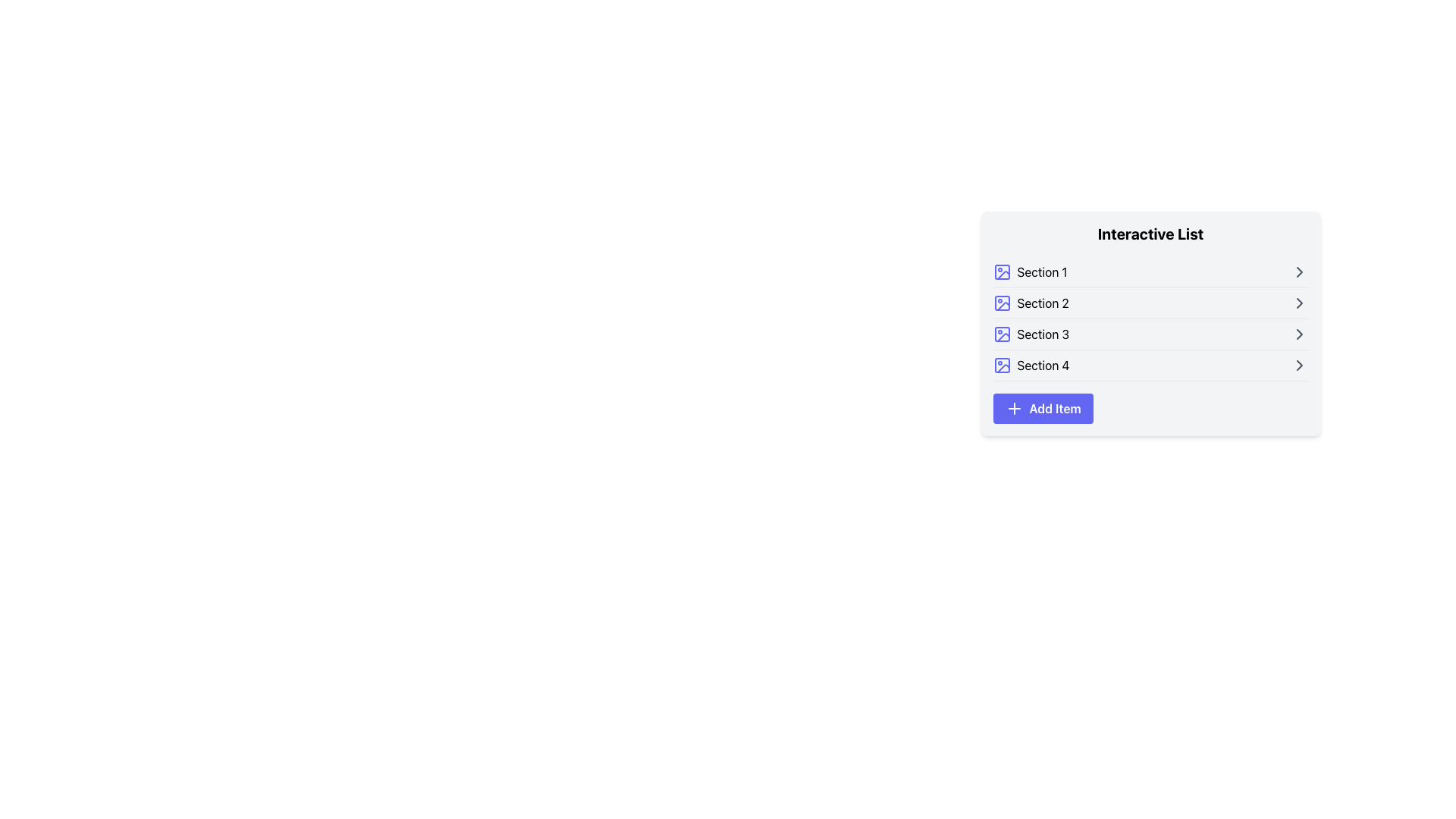 The width and height of the screenshot is (1456, 819). I want to click on the header text 'Interactive List', which is a bold, large-size label positioned at the top-center of the interface, above the sections labeled 'Section 1', 'Section 2', 'Section 3', and 'Section 4', so click(1150, 234).